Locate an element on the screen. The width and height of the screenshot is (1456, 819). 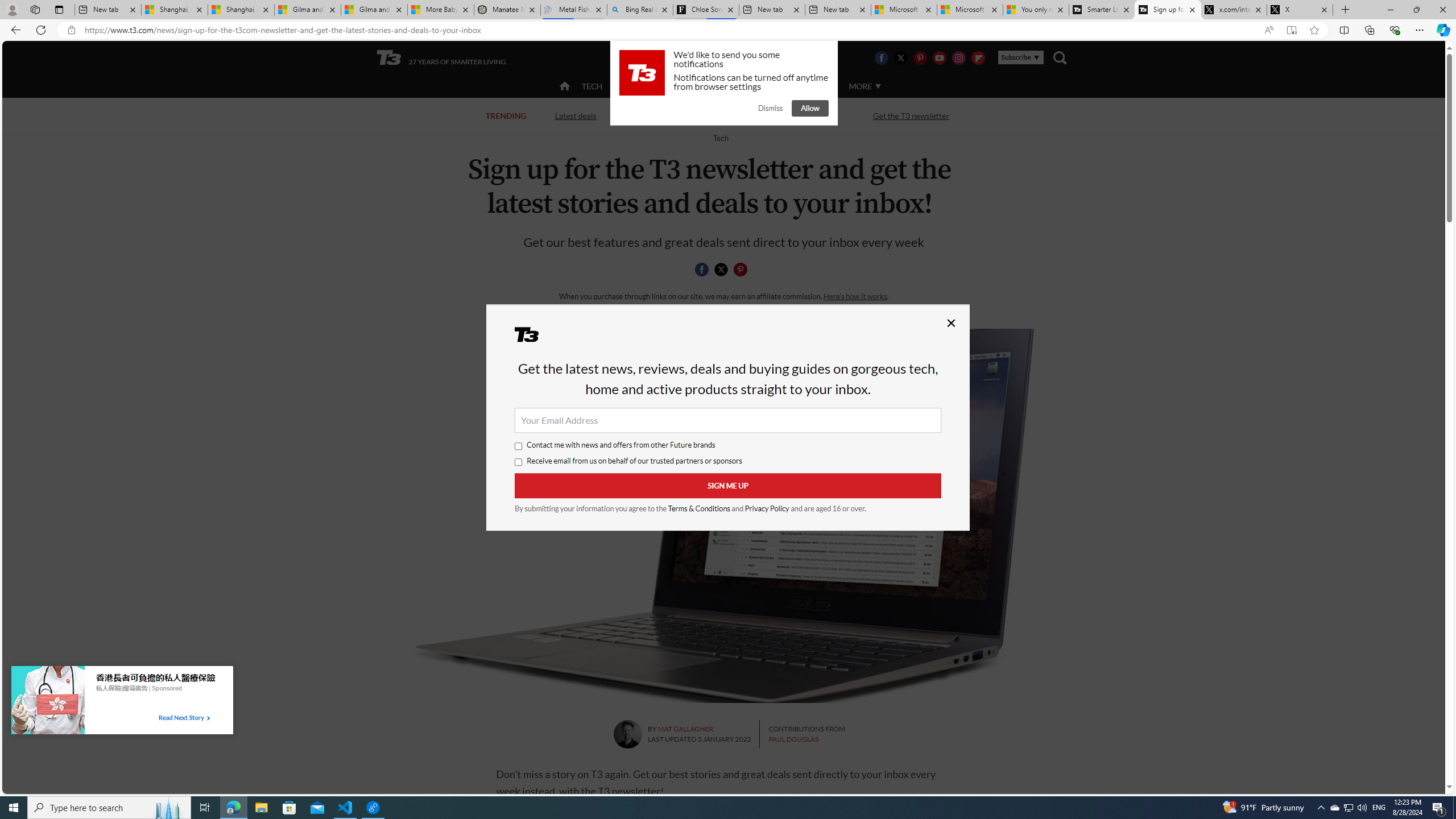
'Class: navigation__search' is located at coordinates (1059, 57).